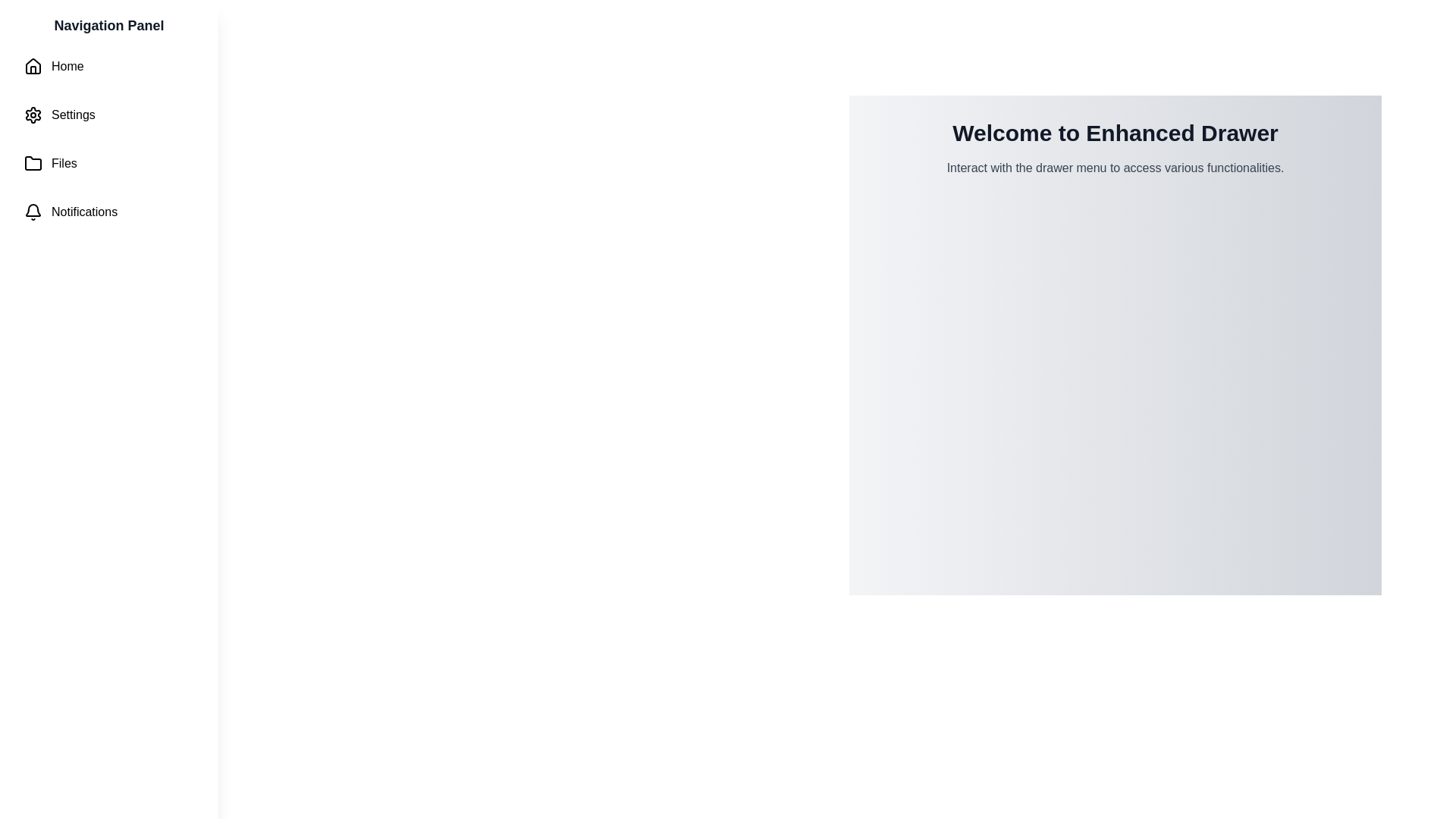 The height and width of the screenshot is (819, 1456). I want to click on the prominent static text label at the top of the vertical navigation drawer, which features bold, large dark gray text in a modern sans-serif font, so click(108, 26).